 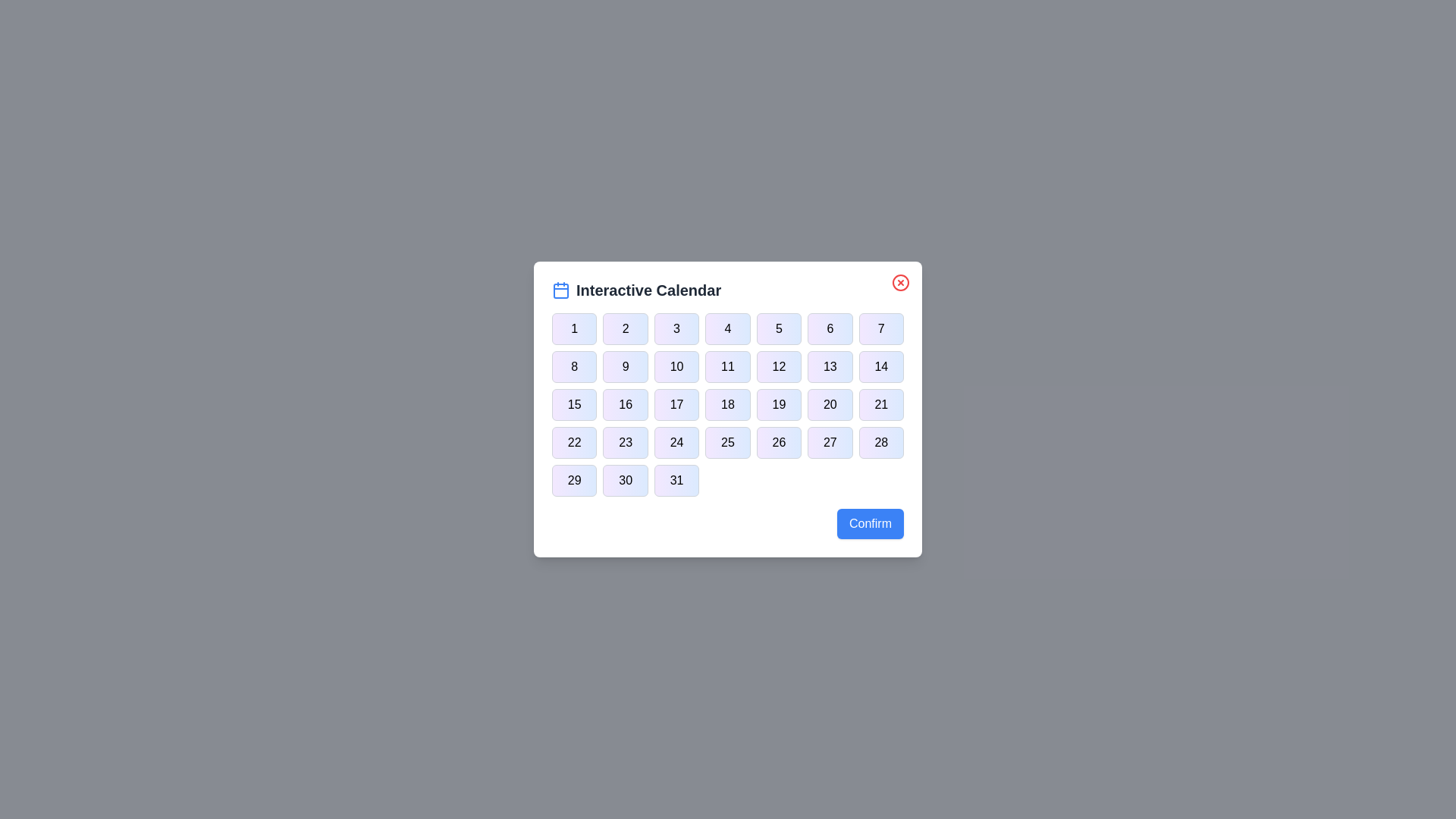 What do you see at coordinates (728, 442) in the screenshot?
I see `the button corresponding to day 25 in the calendar` at bounding box center [728, 442].